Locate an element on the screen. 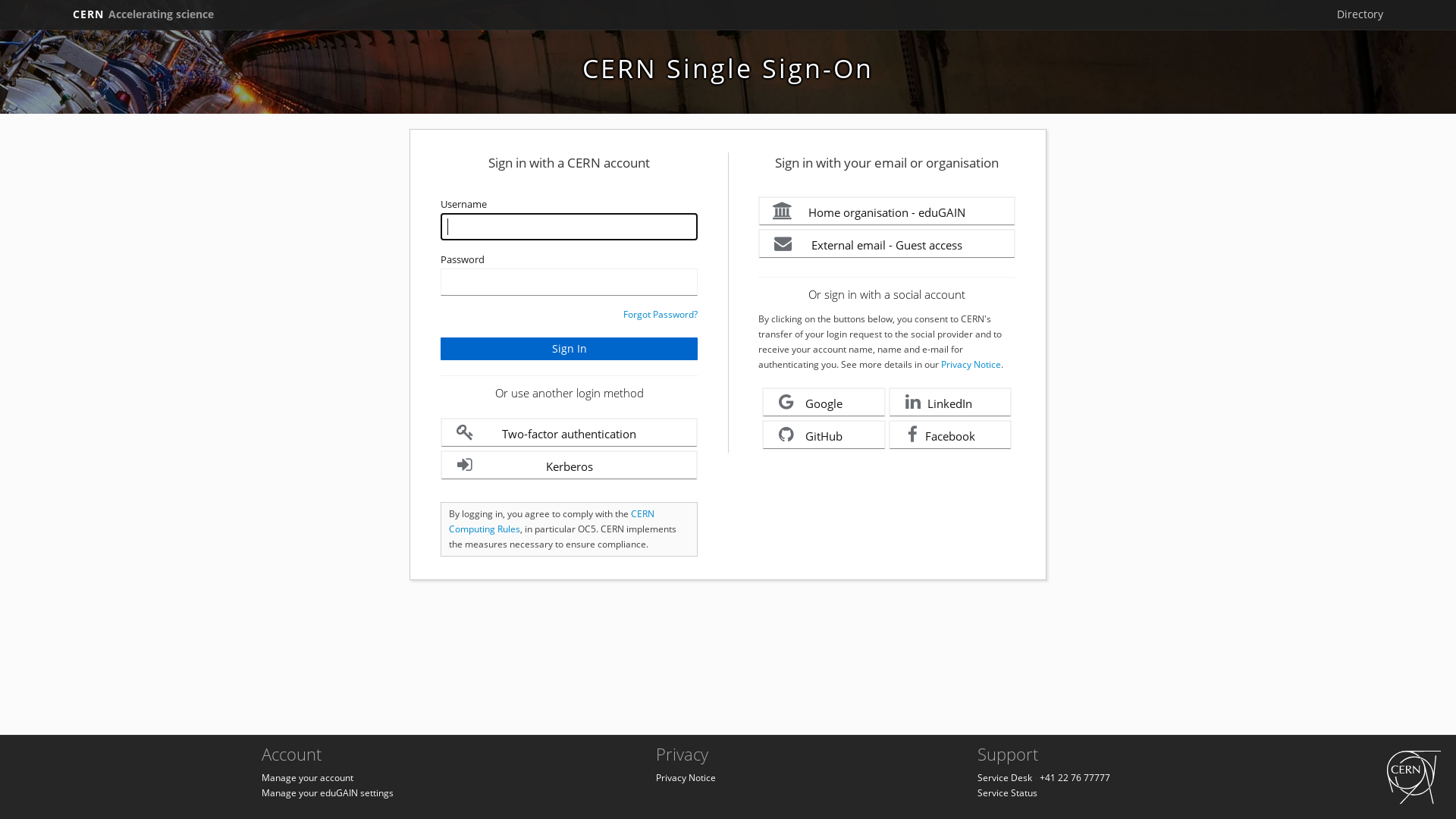 The image size is (1456, 819). 'Forgot Password?' is located at coordinates (623, 313).